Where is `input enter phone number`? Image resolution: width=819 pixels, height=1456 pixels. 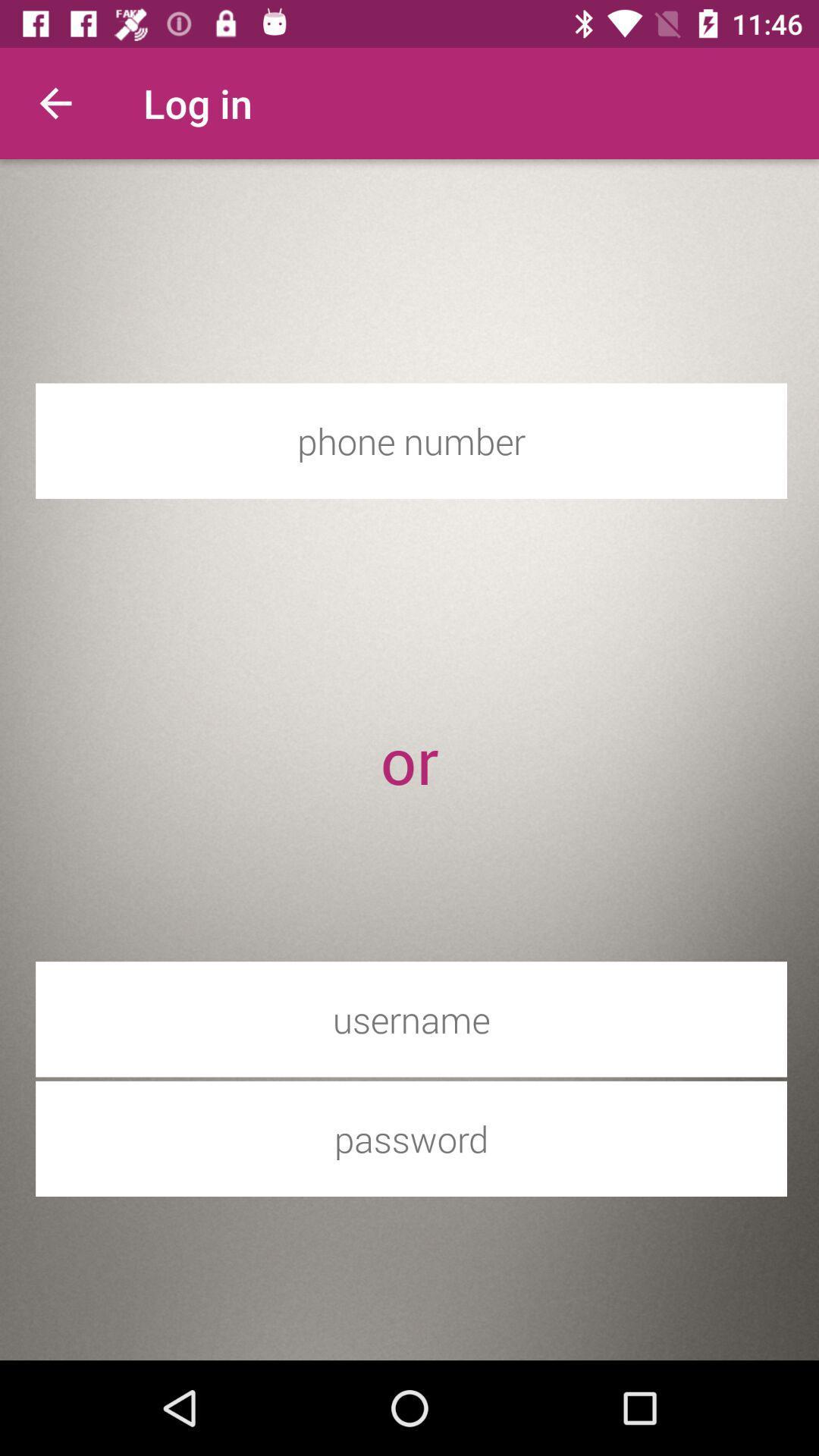 input enter phone number is located at coordinates (411, 440).